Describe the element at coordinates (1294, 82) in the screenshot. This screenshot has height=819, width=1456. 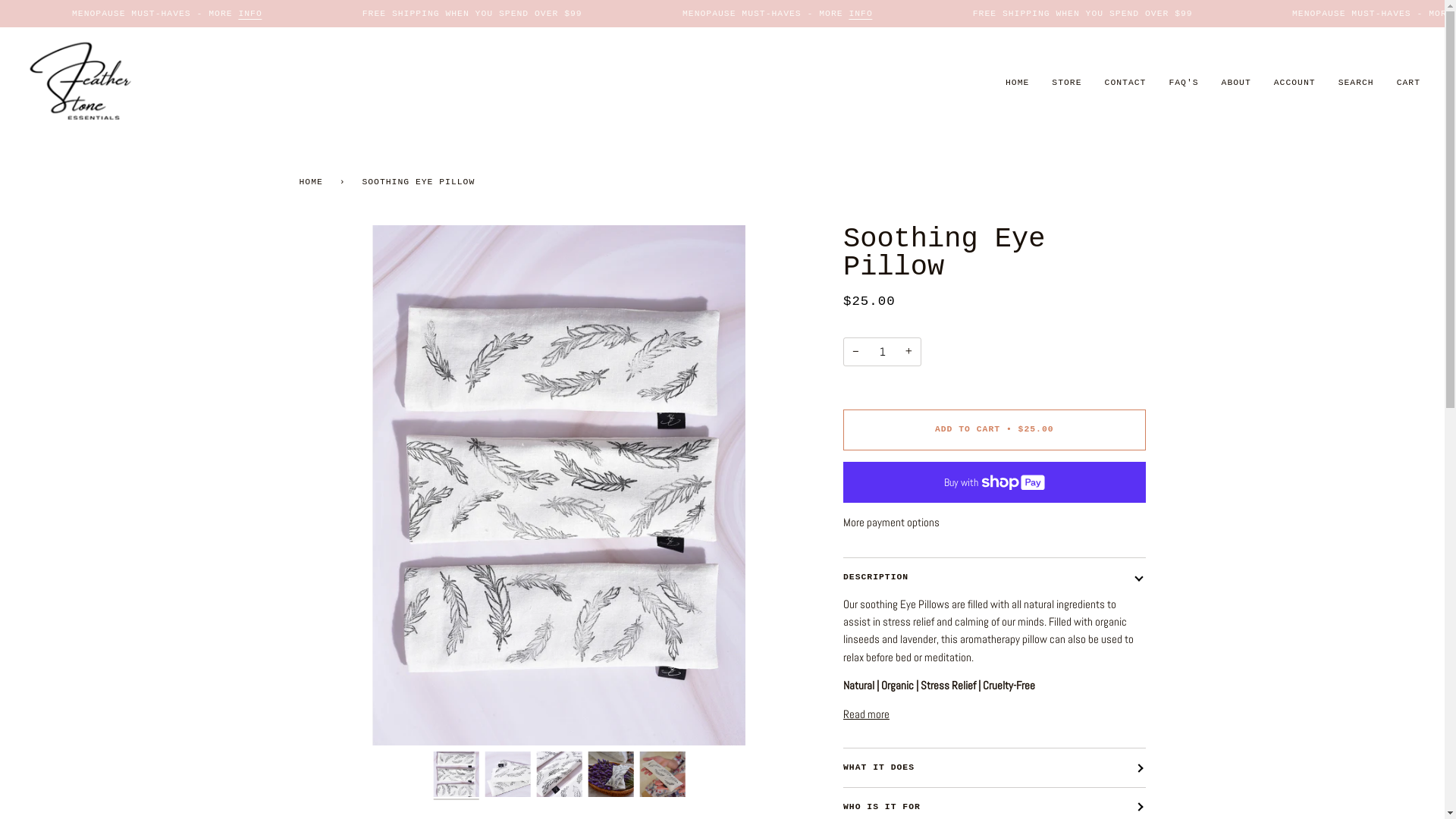
I see `'ACCOUNT'` at that location.